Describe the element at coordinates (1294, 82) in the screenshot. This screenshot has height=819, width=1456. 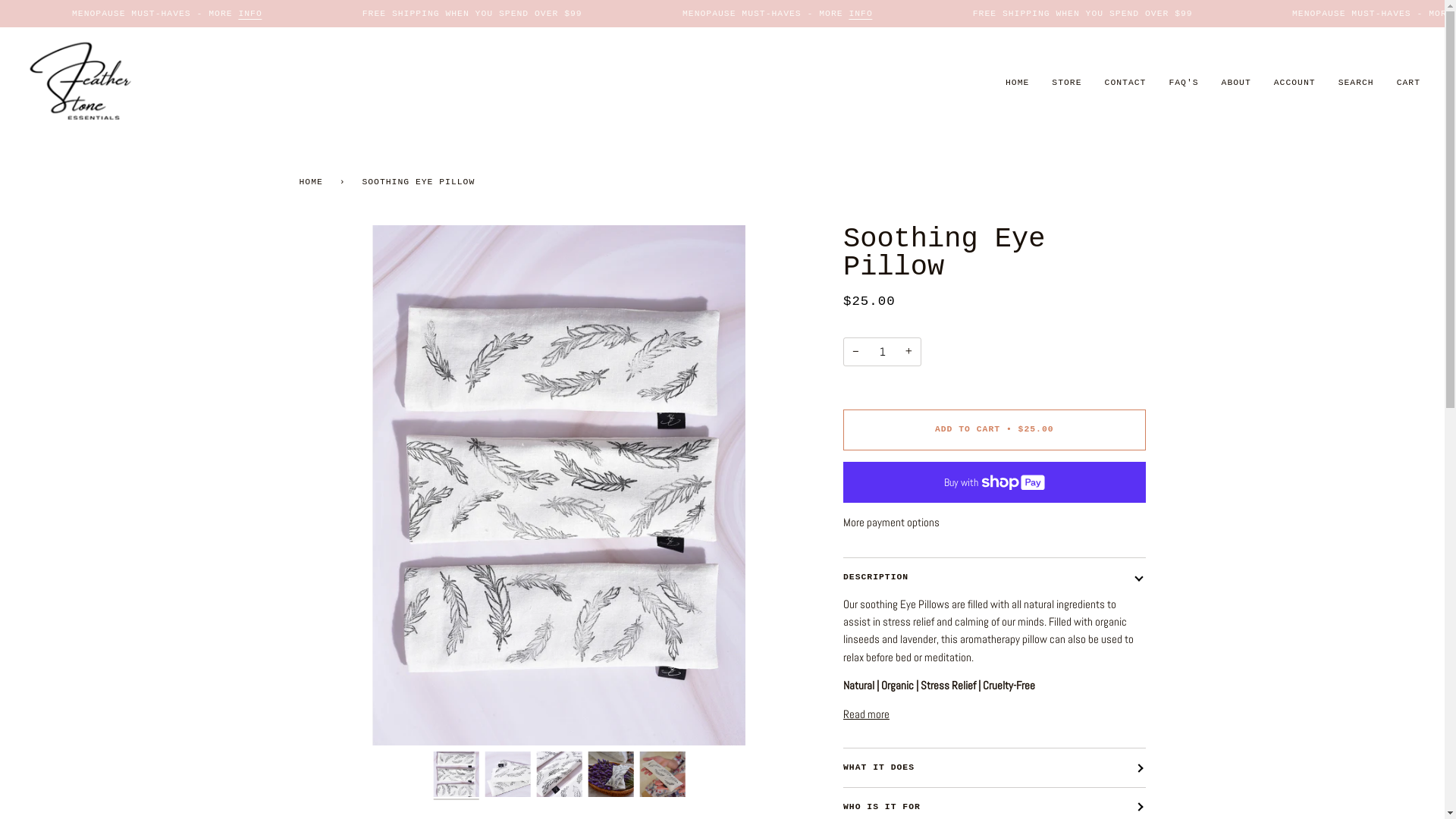
I see `'ACCOUNT'` at that location.